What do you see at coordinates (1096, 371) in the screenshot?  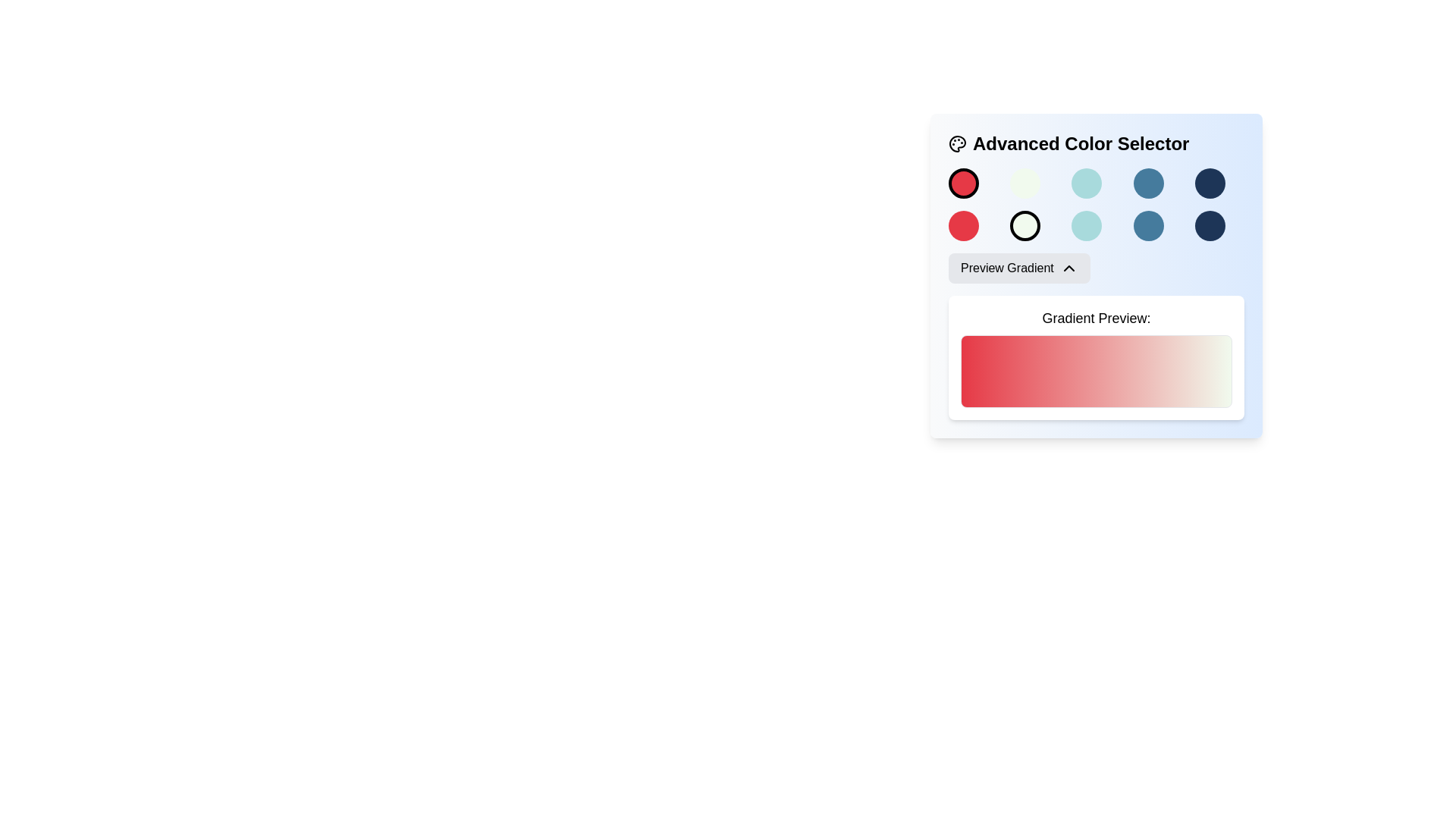 I see `the Visualization Panel, which is a horizontally rectangular display with a gradient background transitioning from red to off-white, located below the 'Gradient Preview:' label in the 'Advanced Color Selector' interface` at bounding box center [1096, 371].